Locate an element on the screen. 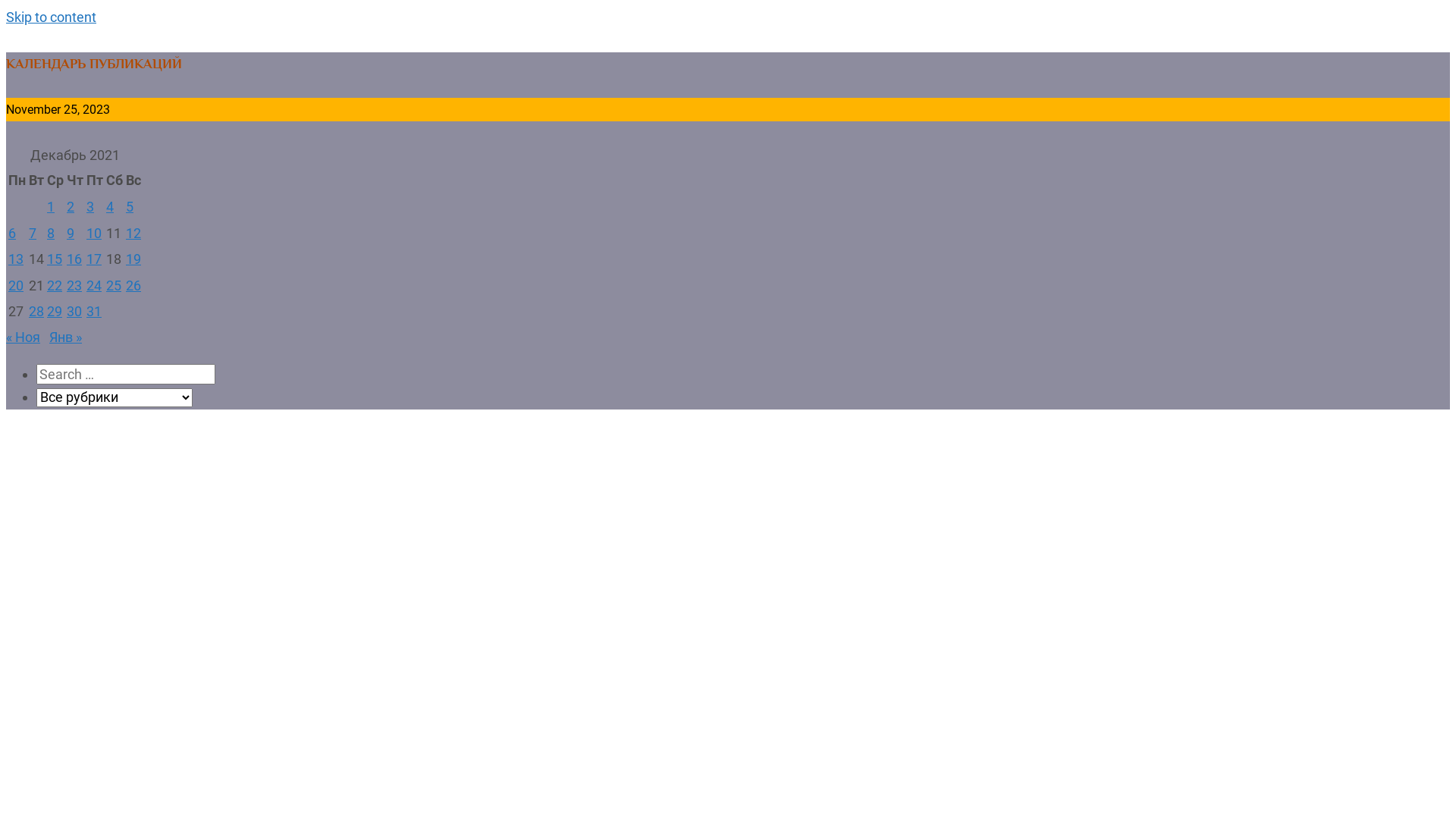 The height and width of the screenshot is (819, 1456). '17' is located at coordinates (93, 258).